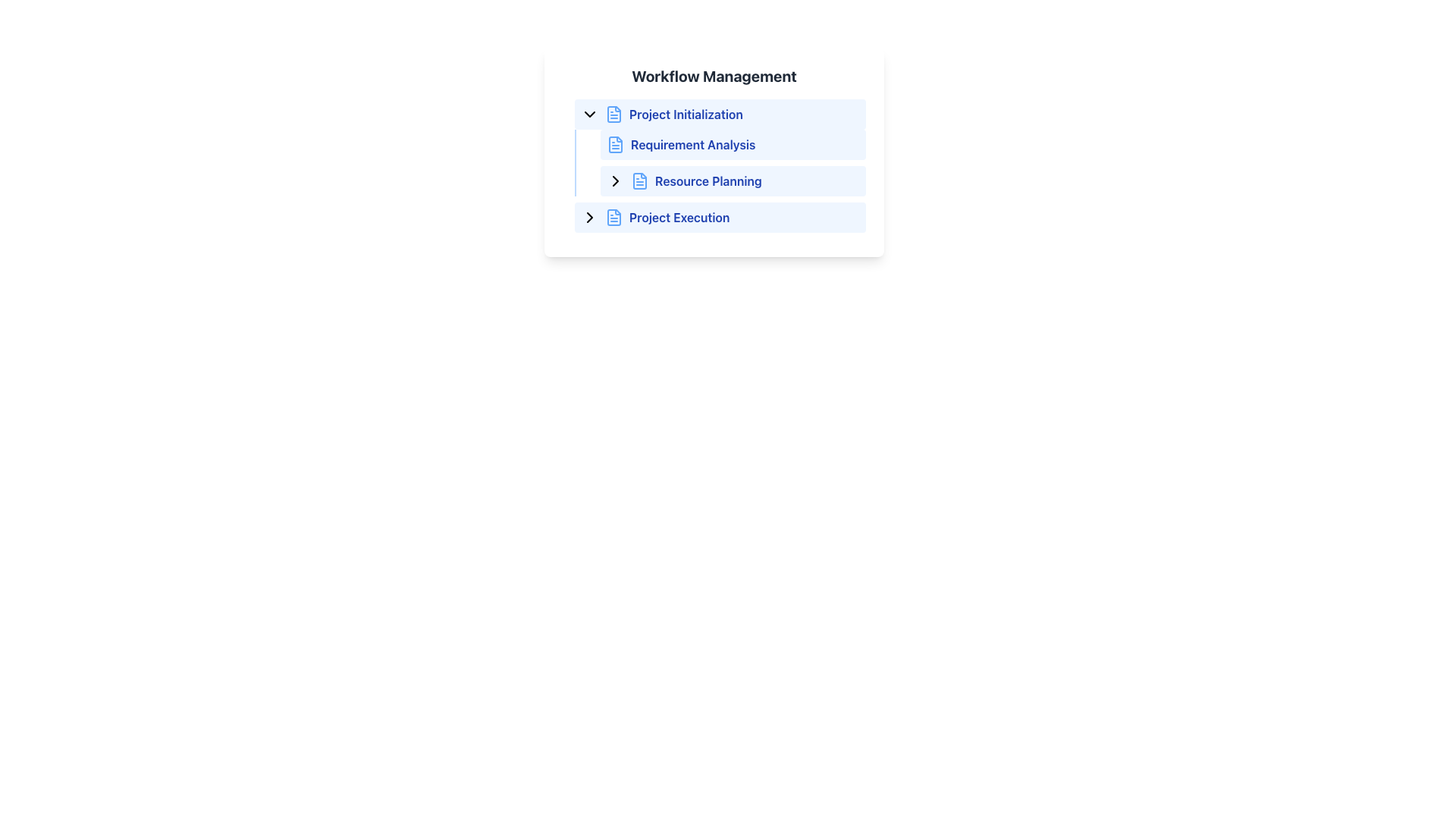 The width and height of the screenshot is (1456, 819). I want to click on the icon element resembling a document, styled in blue, located to the left of the 'Project Execution' text in the 'Workflow Management' section, so click(614, 217).